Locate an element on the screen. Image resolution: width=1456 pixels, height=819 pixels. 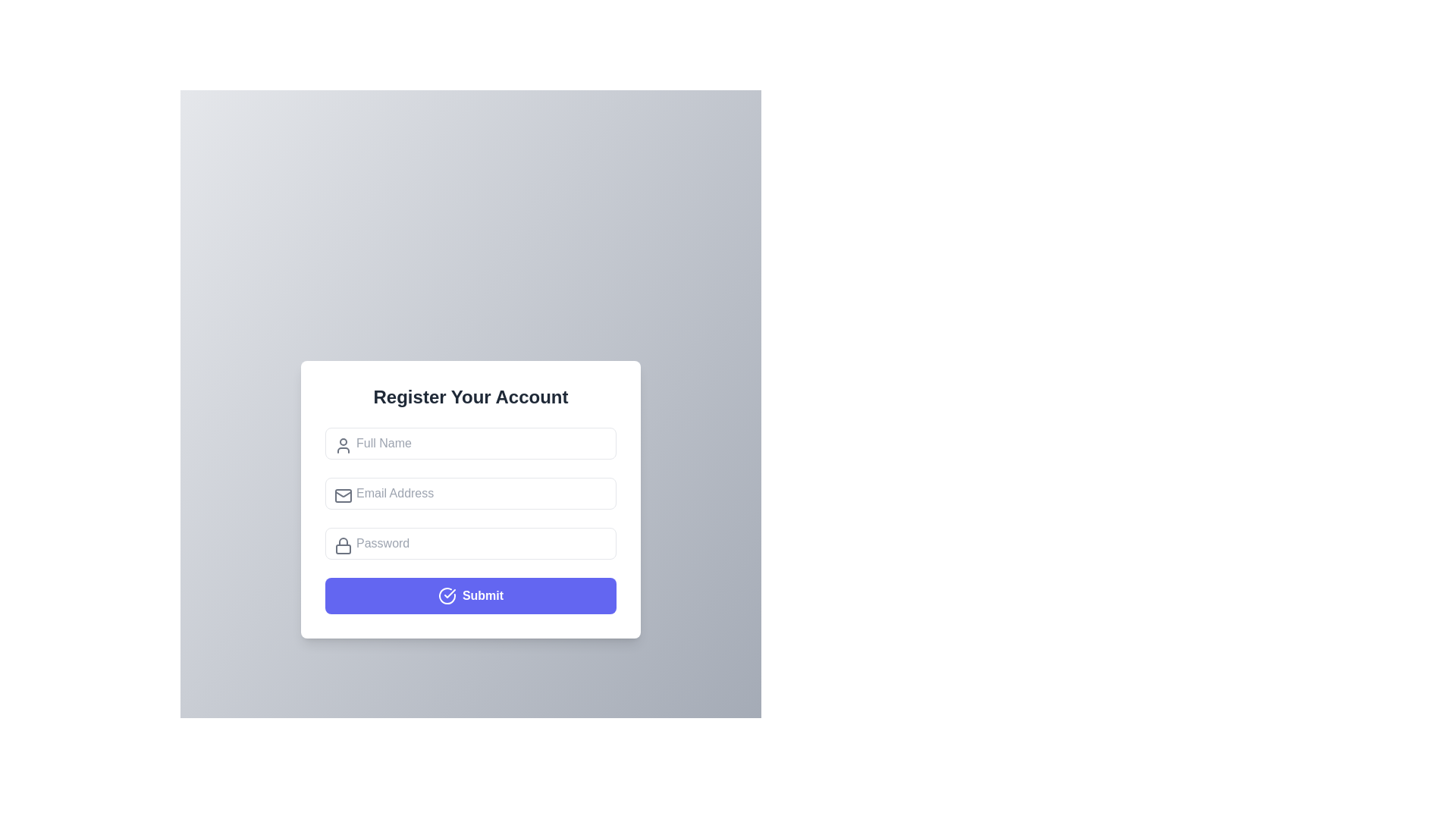
the grey rectangular icon with rounded corners embedded inside the envelope icon, located to the left of the 'Email Address' input field in the 'Register Your Account' form interface is located at coordinates (342, 494).